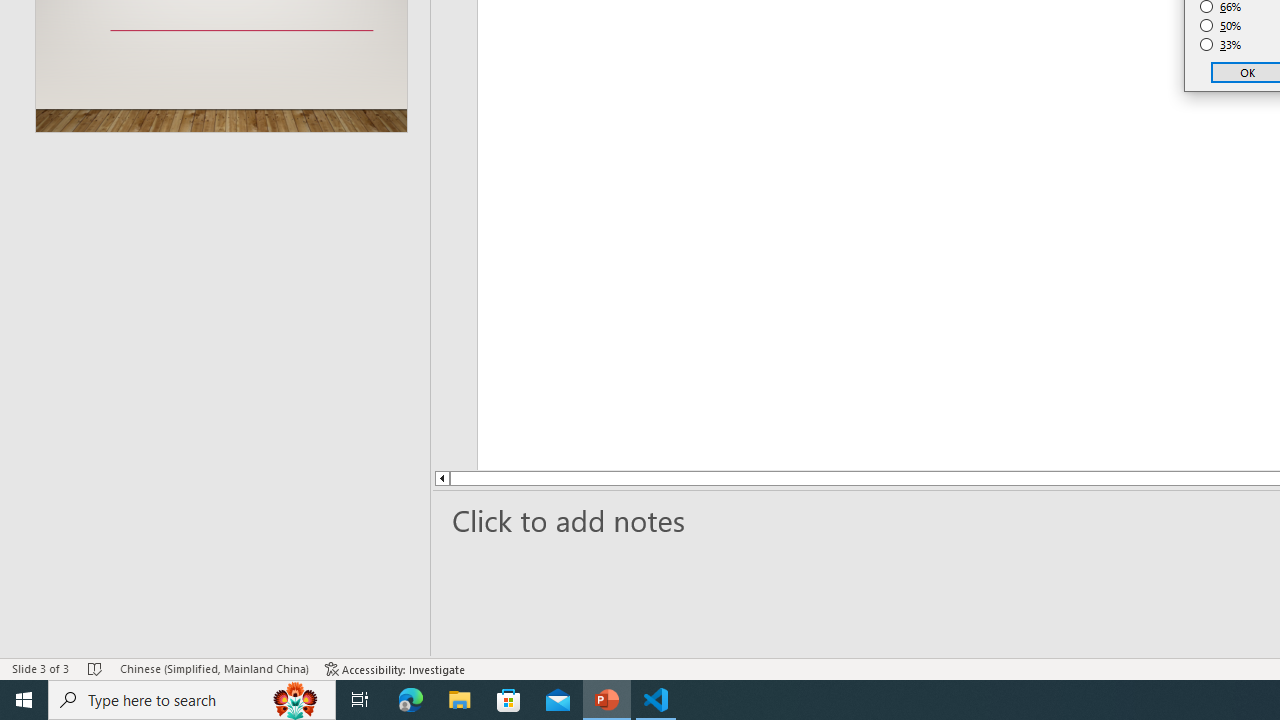 This screenshot has width=1280, height=720. I want to click on 'Task View', so click(359, 698).